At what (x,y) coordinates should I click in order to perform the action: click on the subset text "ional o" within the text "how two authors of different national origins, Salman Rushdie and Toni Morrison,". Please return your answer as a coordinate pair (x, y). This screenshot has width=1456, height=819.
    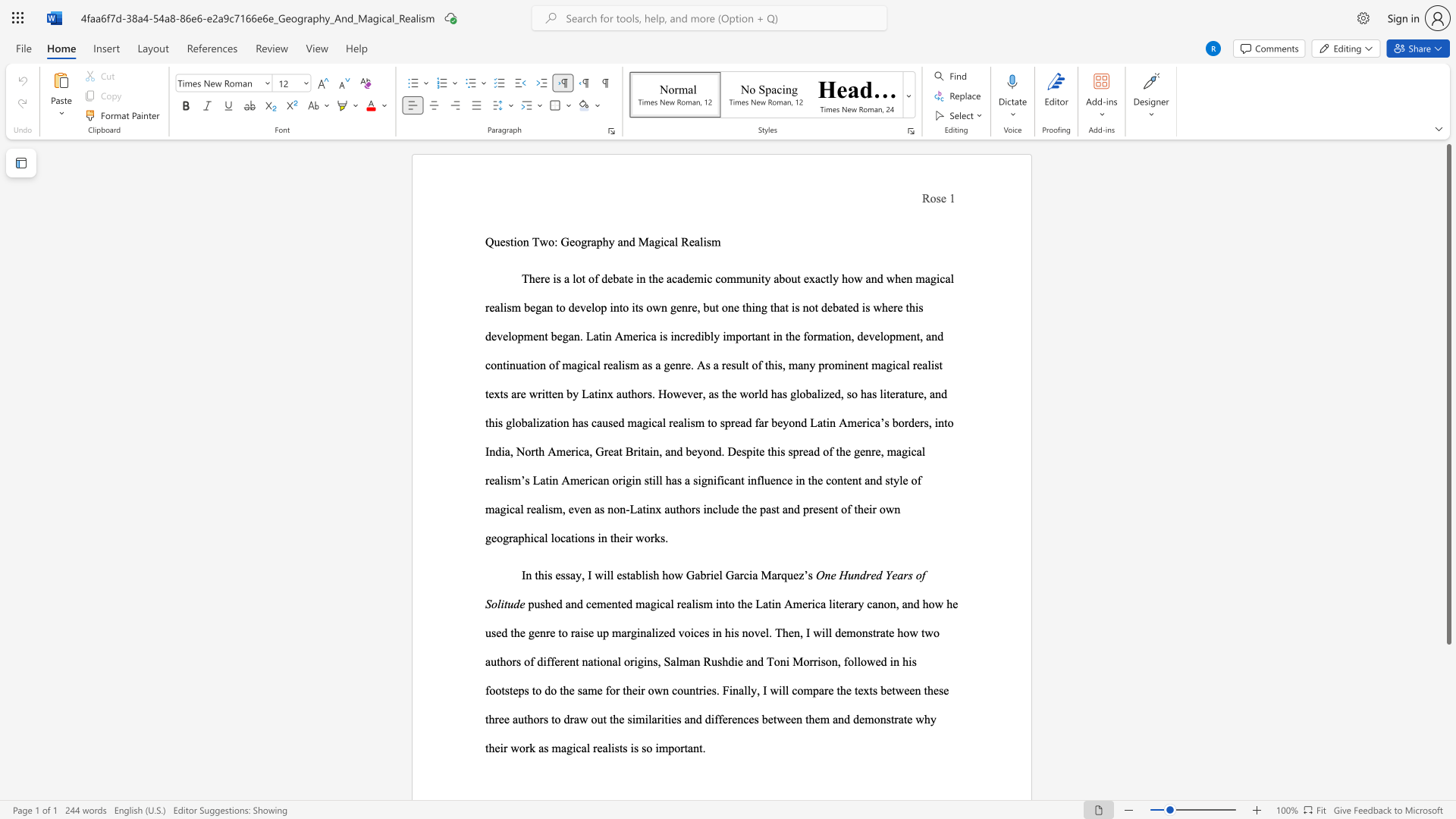
    Looking at the image, I should click on (596, 661).